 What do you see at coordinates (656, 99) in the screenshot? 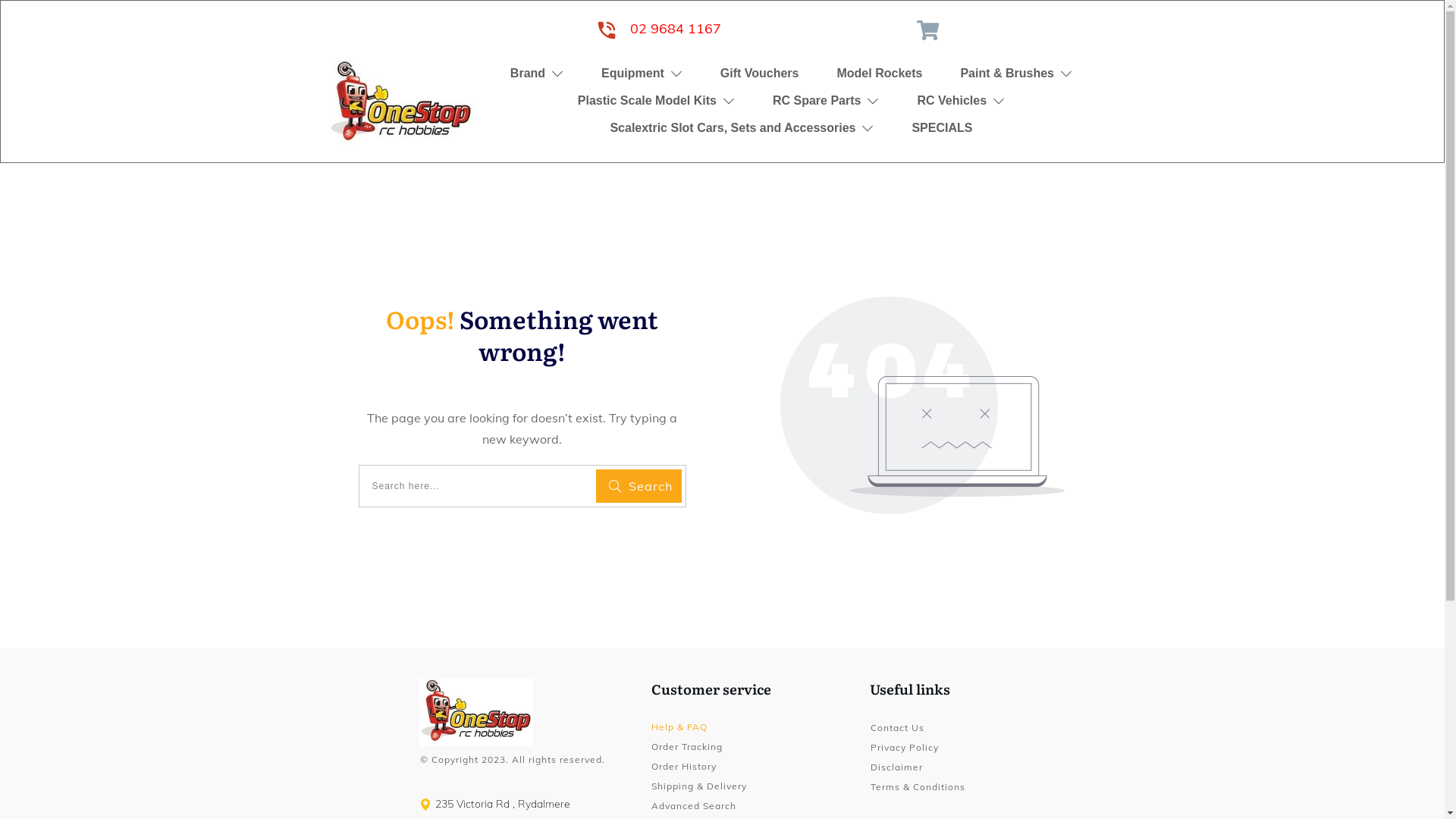
I see `'Plastic Scale Model Kits'` at bounding box center [656, 99].